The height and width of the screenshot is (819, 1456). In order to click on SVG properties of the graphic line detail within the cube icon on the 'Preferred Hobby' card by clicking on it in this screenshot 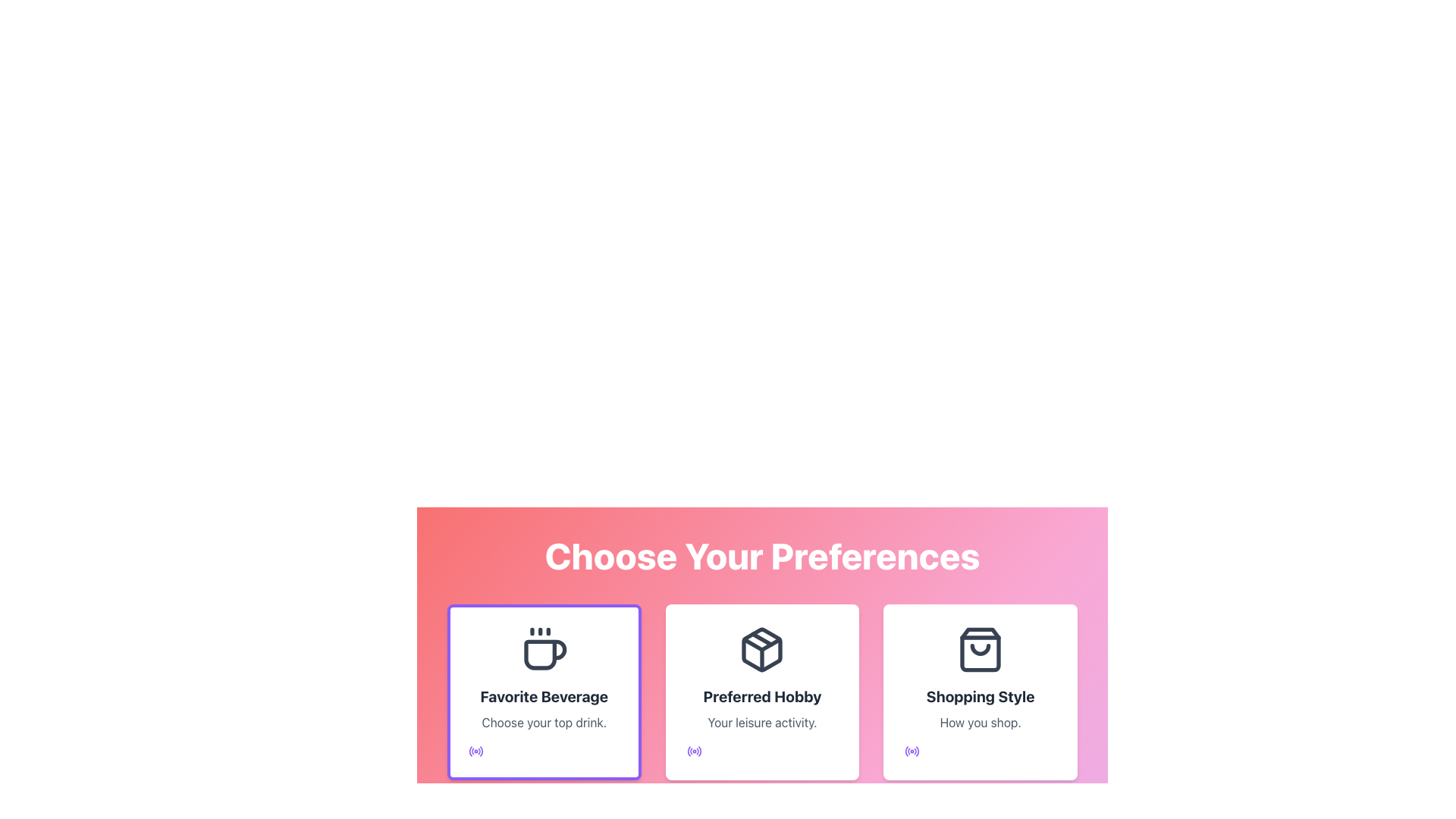, I will do `click(762, 639)`.